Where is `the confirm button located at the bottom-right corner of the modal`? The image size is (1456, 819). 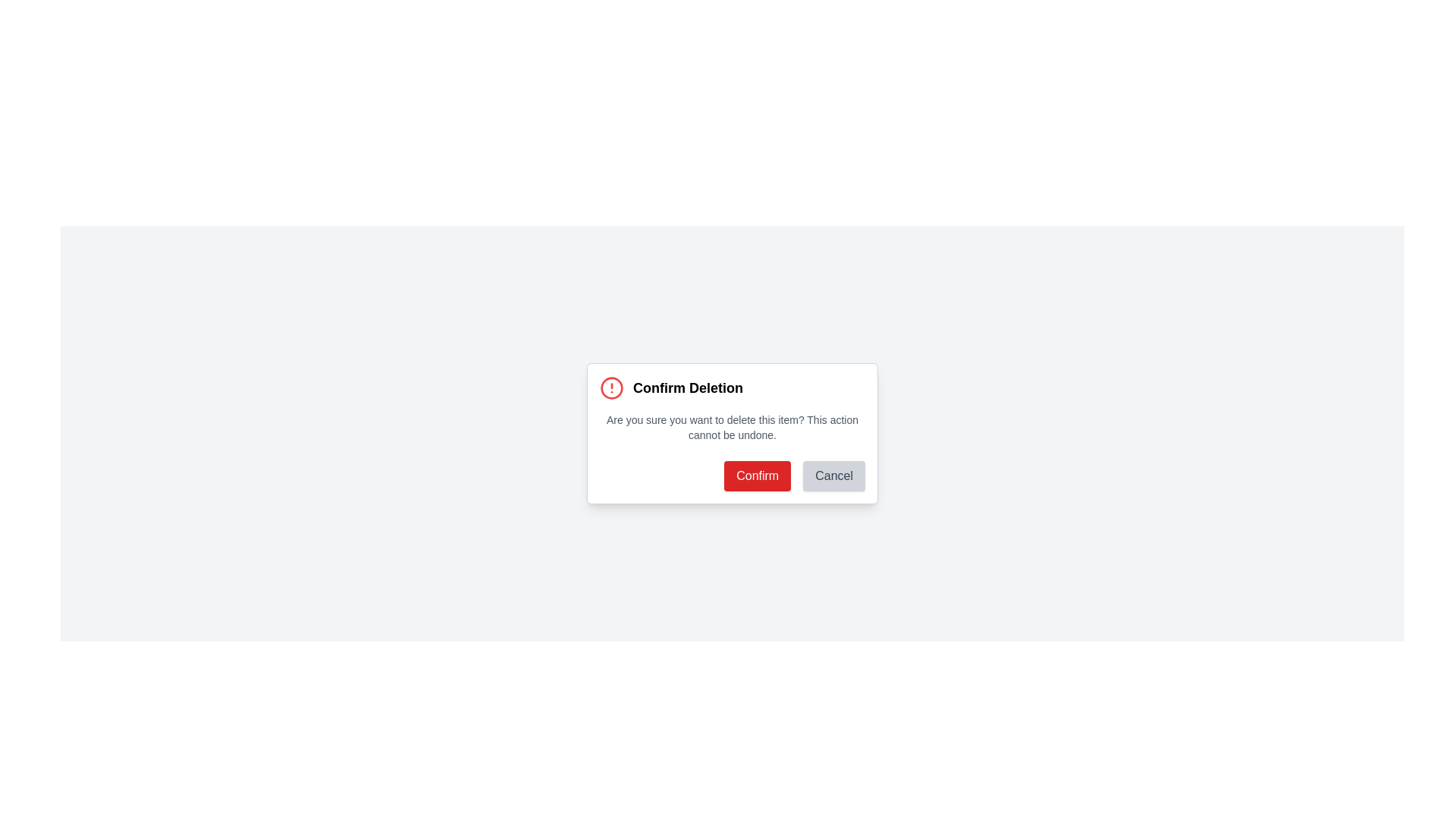
the confirm button located at the bottom-right corner of the modal is located at coordinates (732, 475).